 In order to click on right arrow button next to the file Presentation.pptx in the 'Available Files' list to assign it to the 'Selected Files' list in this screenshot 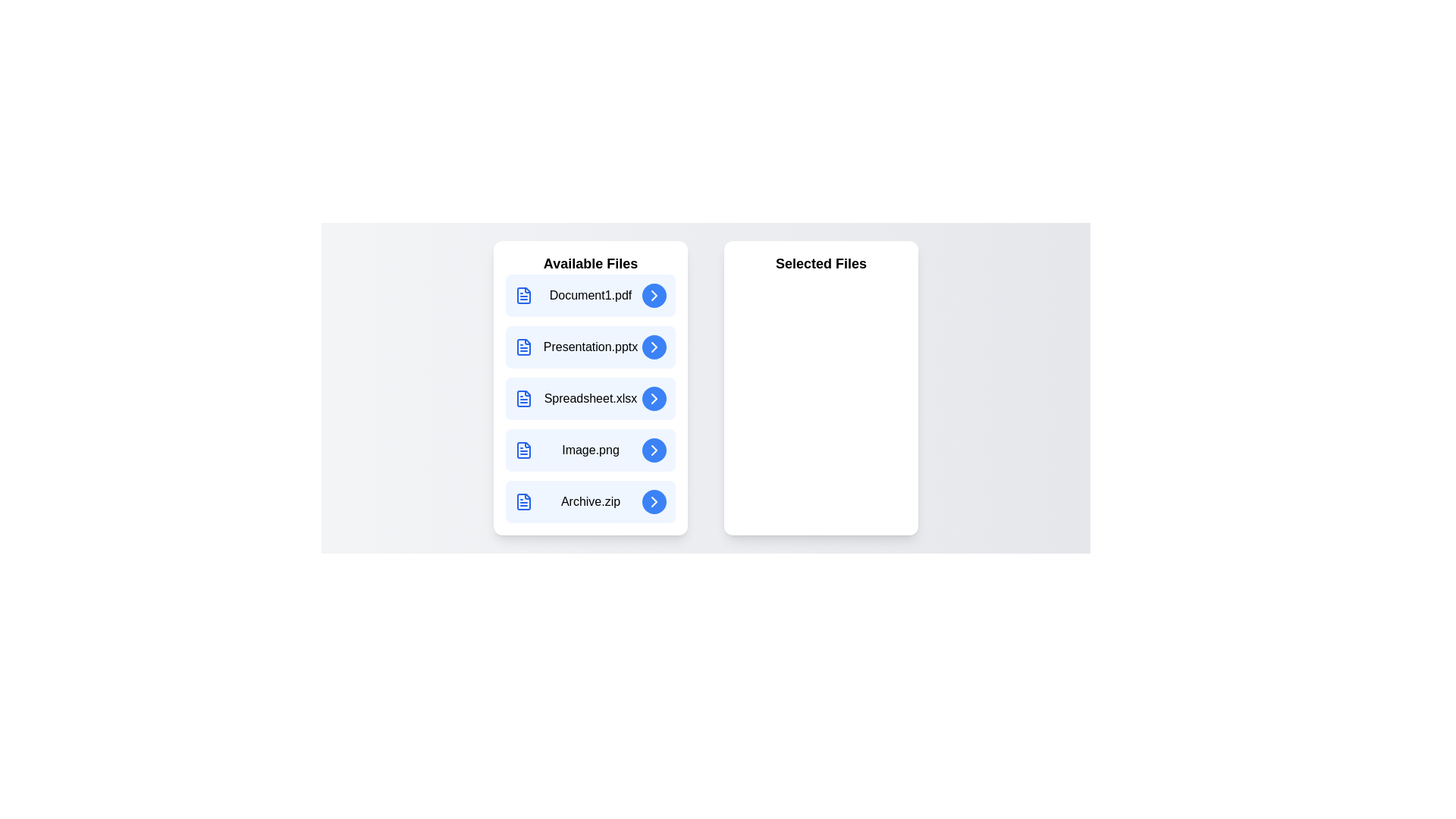, I will do `click(654, 347)`.